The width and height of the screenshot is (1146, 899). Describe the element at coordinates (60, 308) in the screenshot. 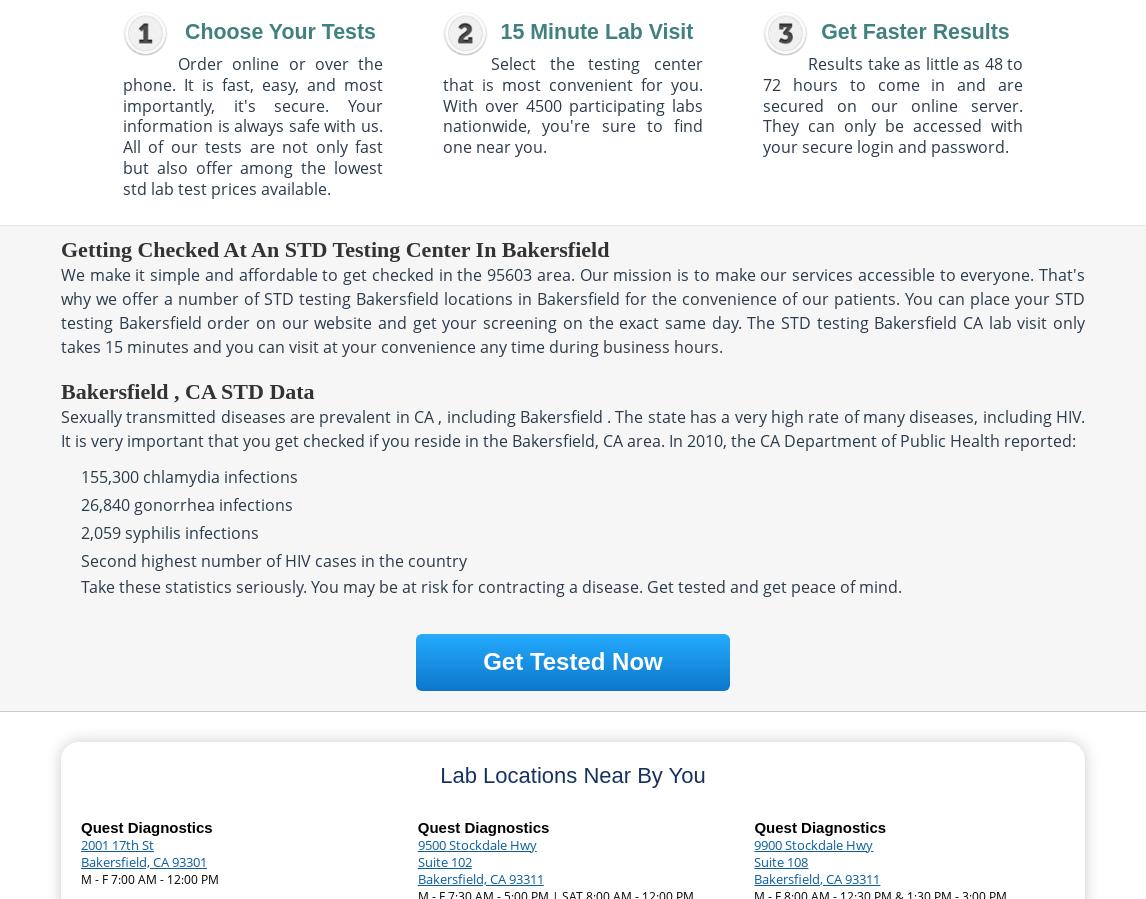

I see `'We make it simple and affordable to get checked in the 95603 area. Our mission is to make our services accessible to everyone. That's why we offer a number of STD testing  Bakersfield locations in   Bakersfield  for the convenience of our patients. You can place your STD testing  Bakersfield order on our website and get your screening on the exact same day. The STD testing  Bakersfield CA lab visit only takes 15 minutes and you can visit at your convenience any time during business hours.'` at that location.